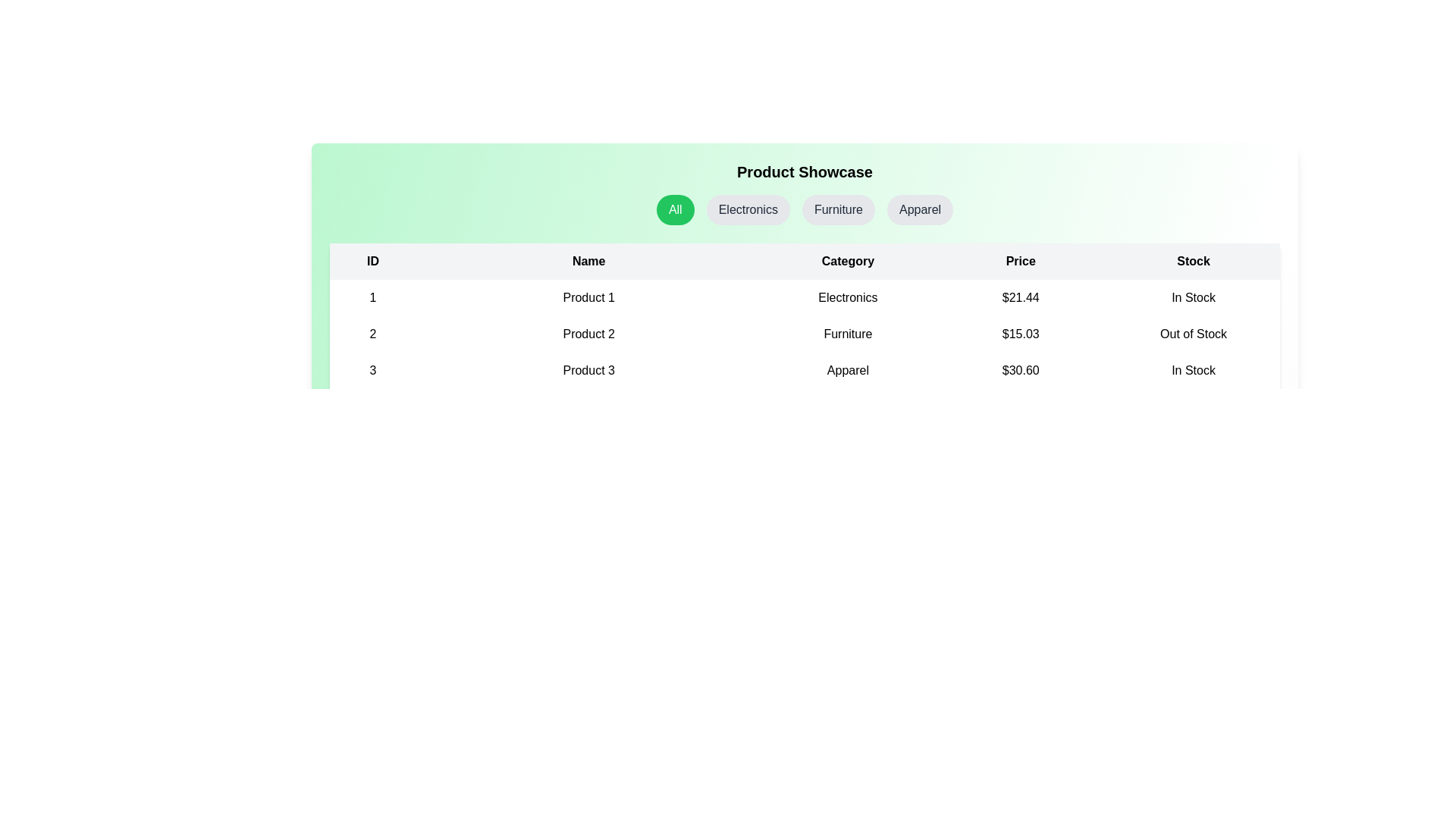 Image resolution: width=1456 pixels, height=819 pixels. Describe the element at coordinates (804, 298) in the screenshot. I see `the row corresponding to the product with ID 1` at that location.